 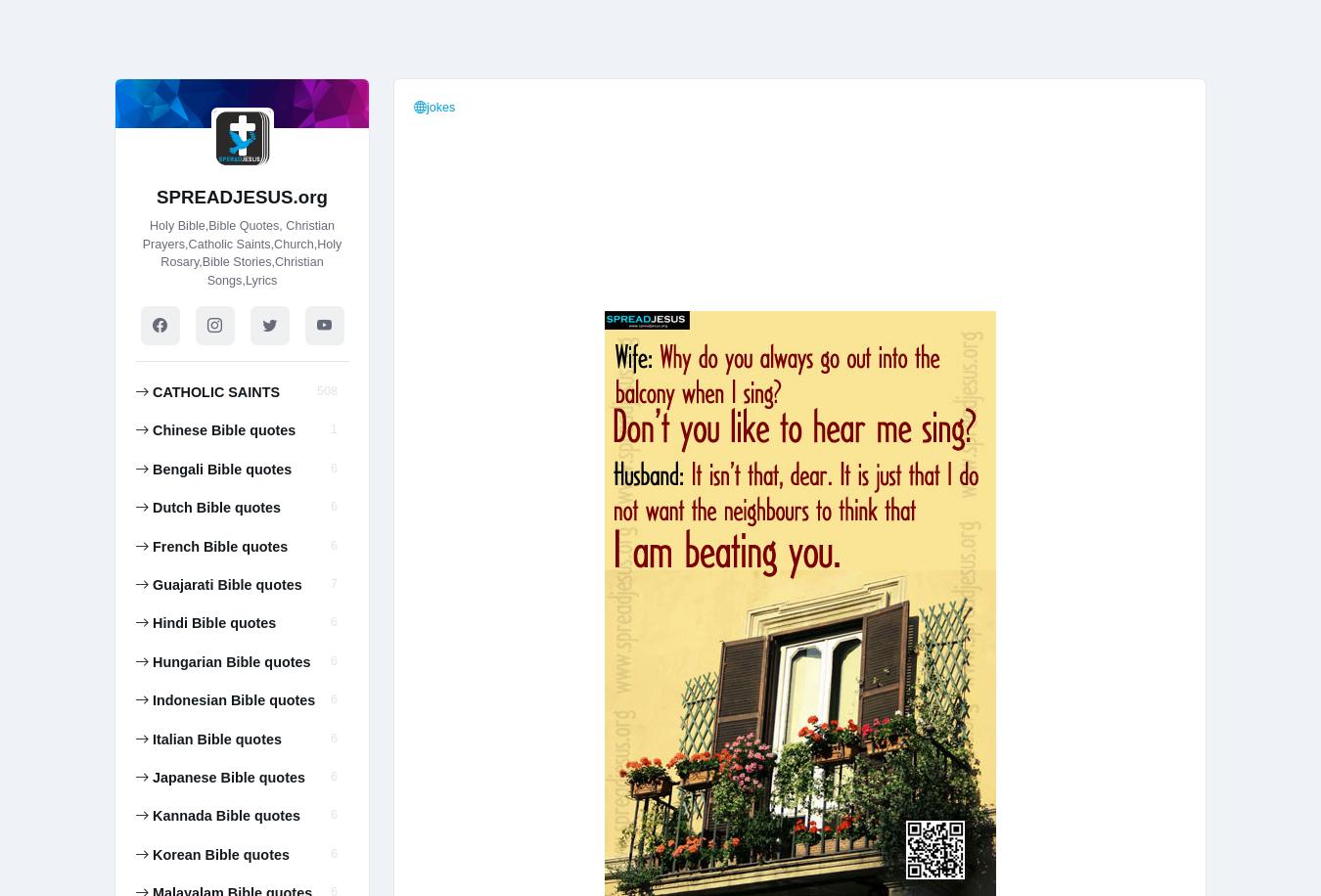 I want to click on '37', so click(x=329, y=71).